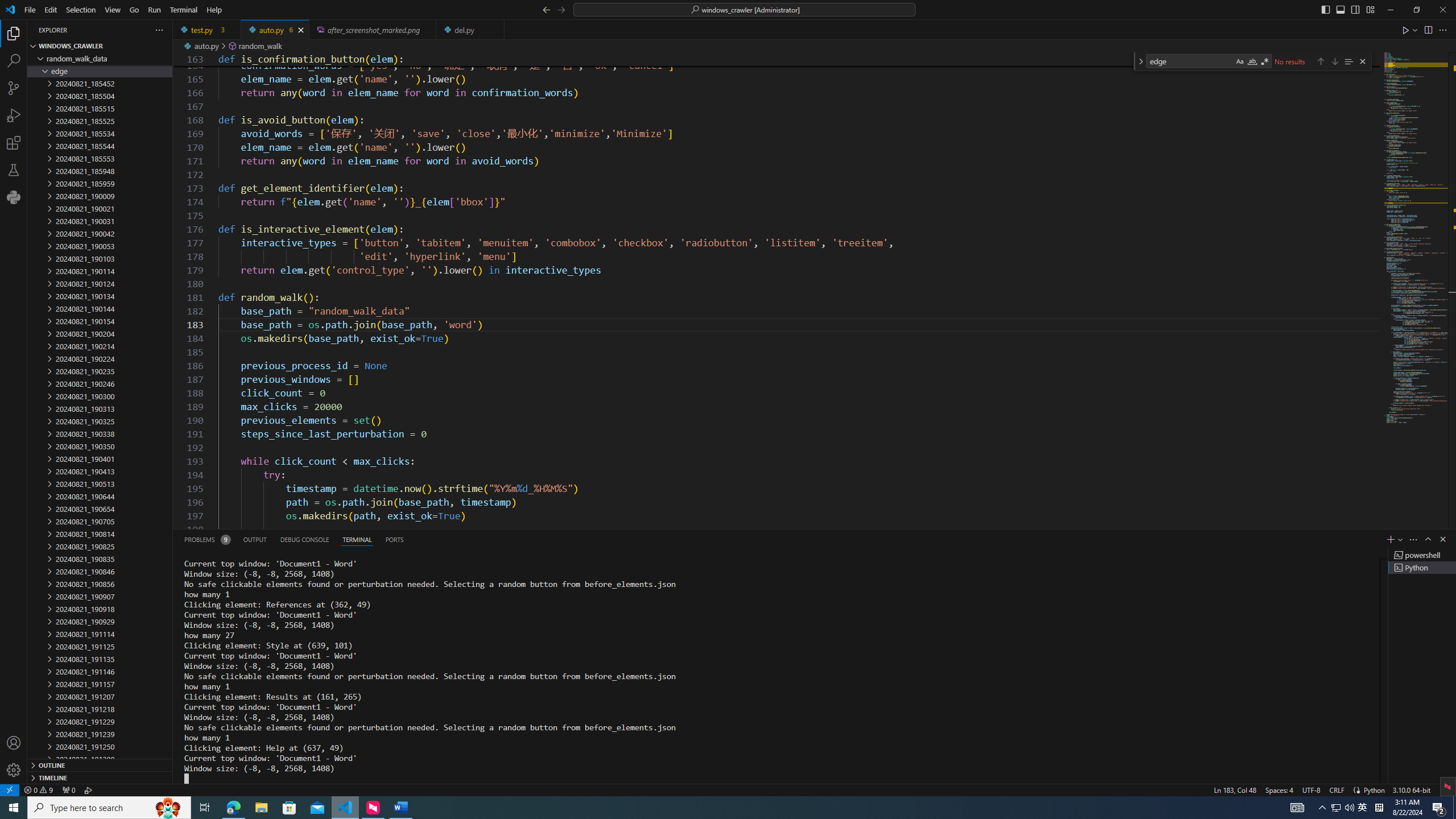 The image size is (1456, 819). Describe the element at coordinates (9, 789) in the screenshot. I see `'remote'` at that location.